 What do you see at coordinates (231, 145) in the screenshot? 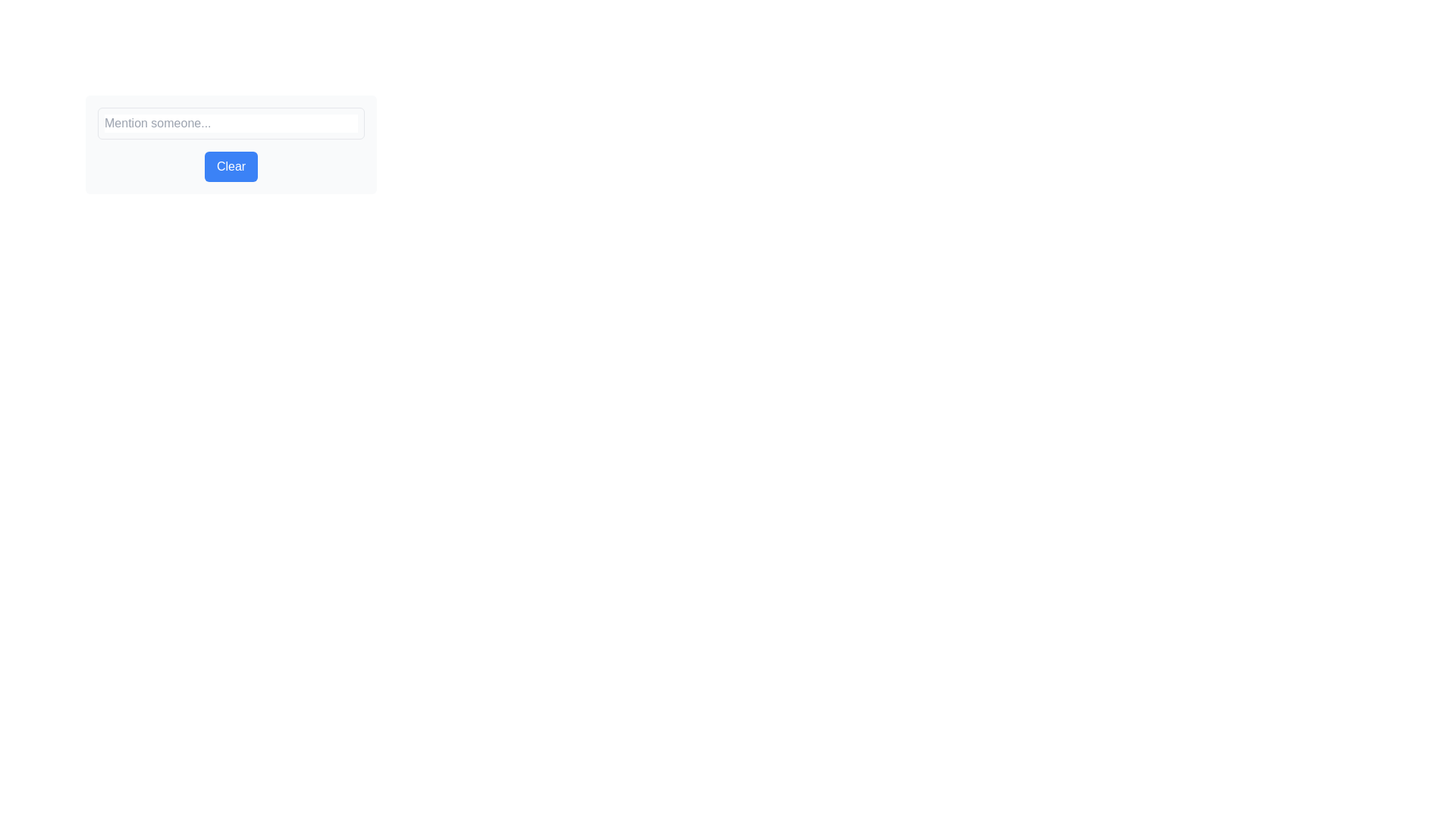
I see `the blue rectangular 'Clear' button with rounded corners located below the input field labeled 'Mention someone...'` at bounding box center [231, 145].